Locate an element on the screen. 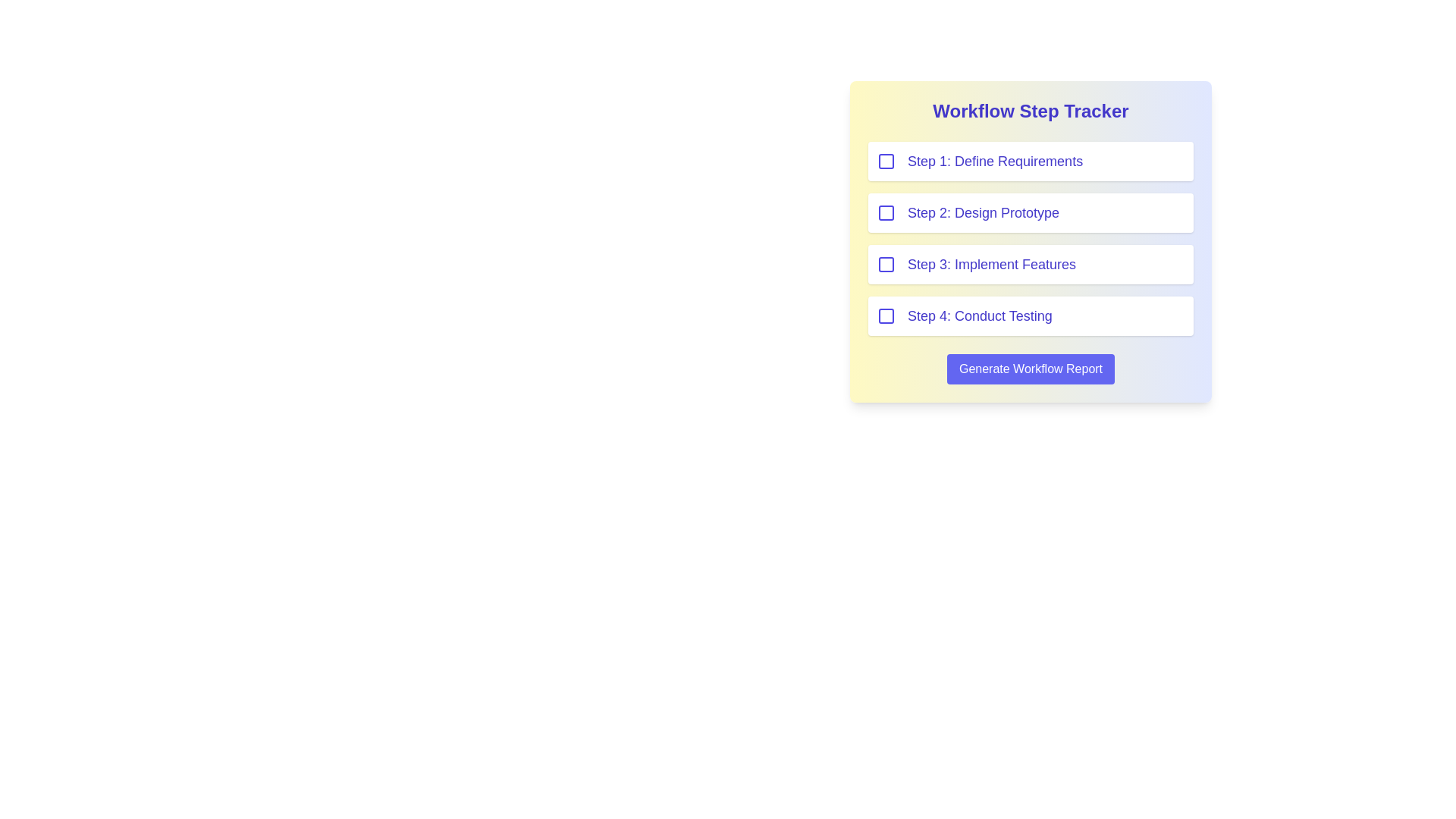 This screenshot has height=819, width=1456. text of the Text Label displaying 'Step 2: Design Prototype', which is the second item in the Workflow Step Tracker is located at coordinates (1031, 213).